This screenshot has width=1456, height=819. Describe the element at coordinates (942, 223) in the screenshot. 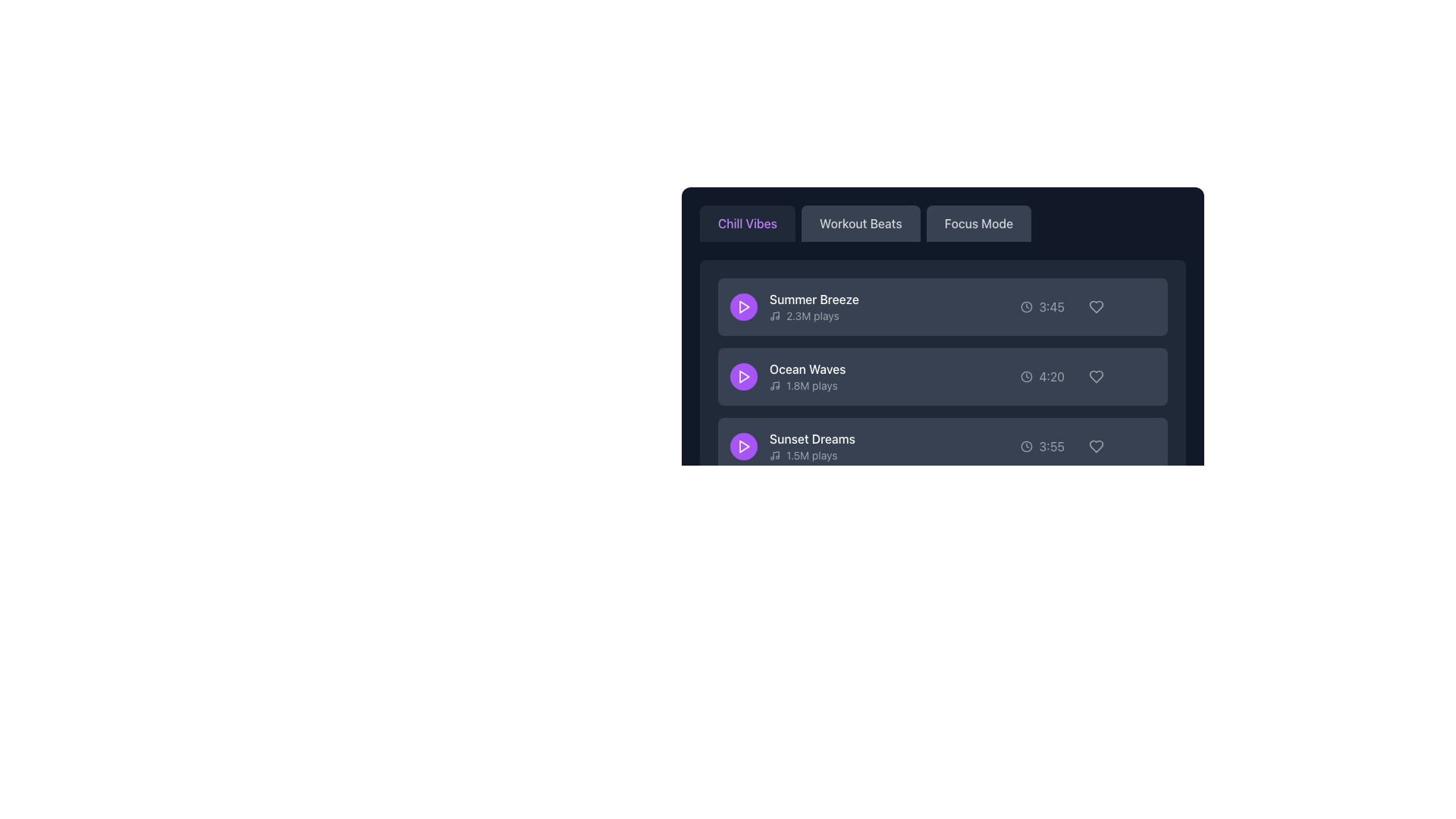

I see `the third tab labeled 'Focus Mode' to provide visual feedback, allowing users` at that location.